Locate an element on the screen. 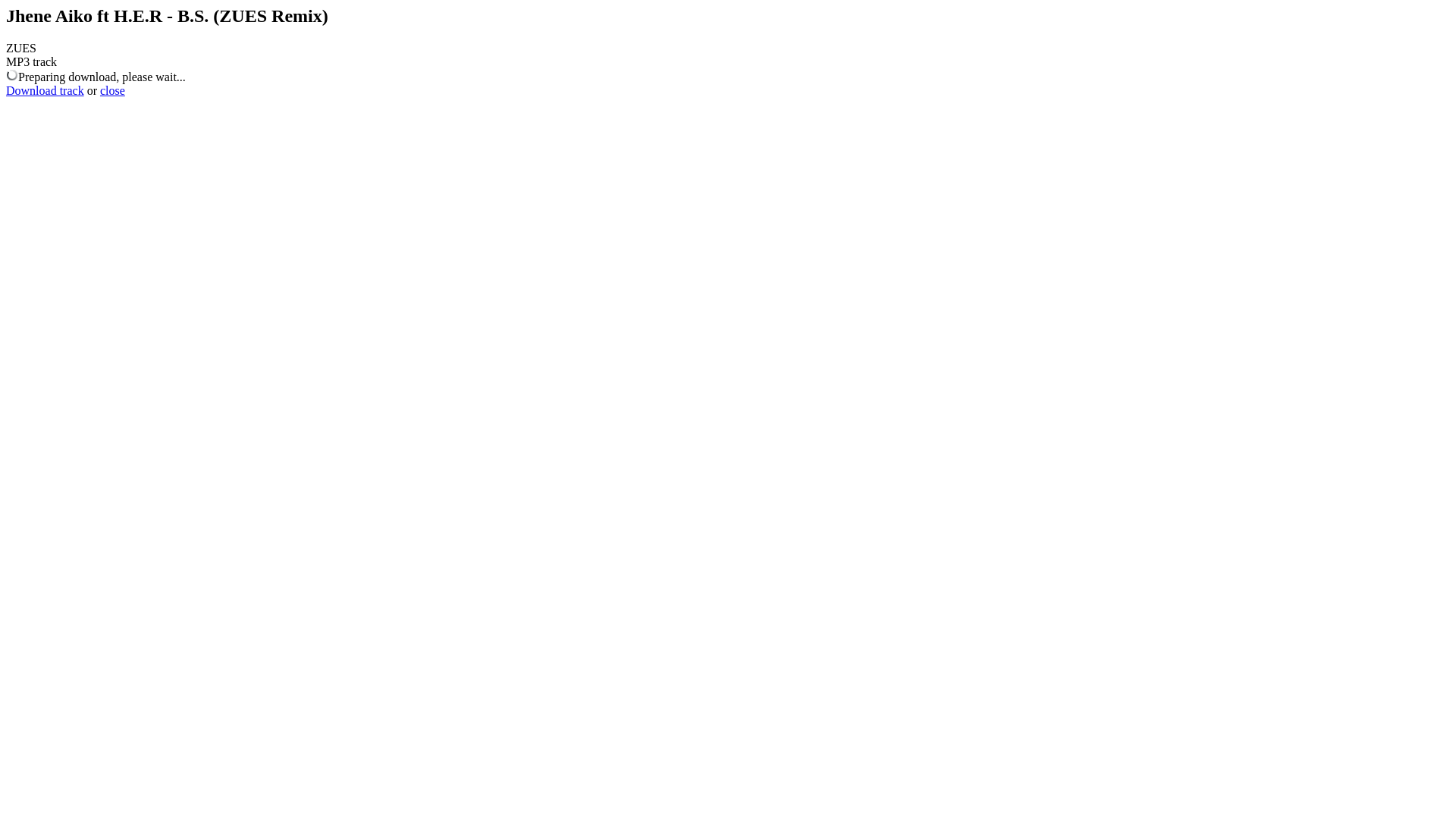  'close' is located at coordinates (99, 90).